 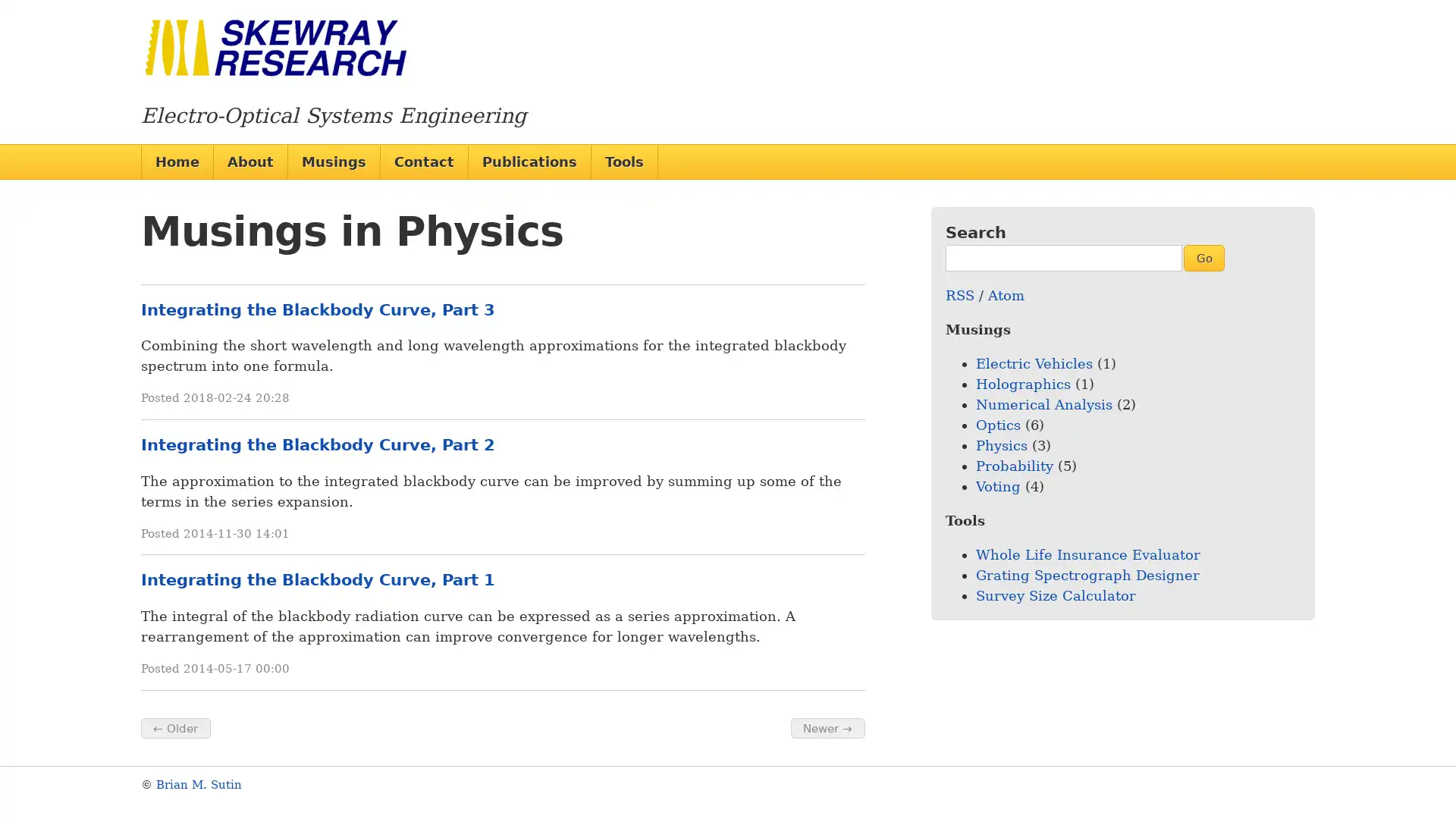 I want to click on Go, so click(x=1203, y=256).